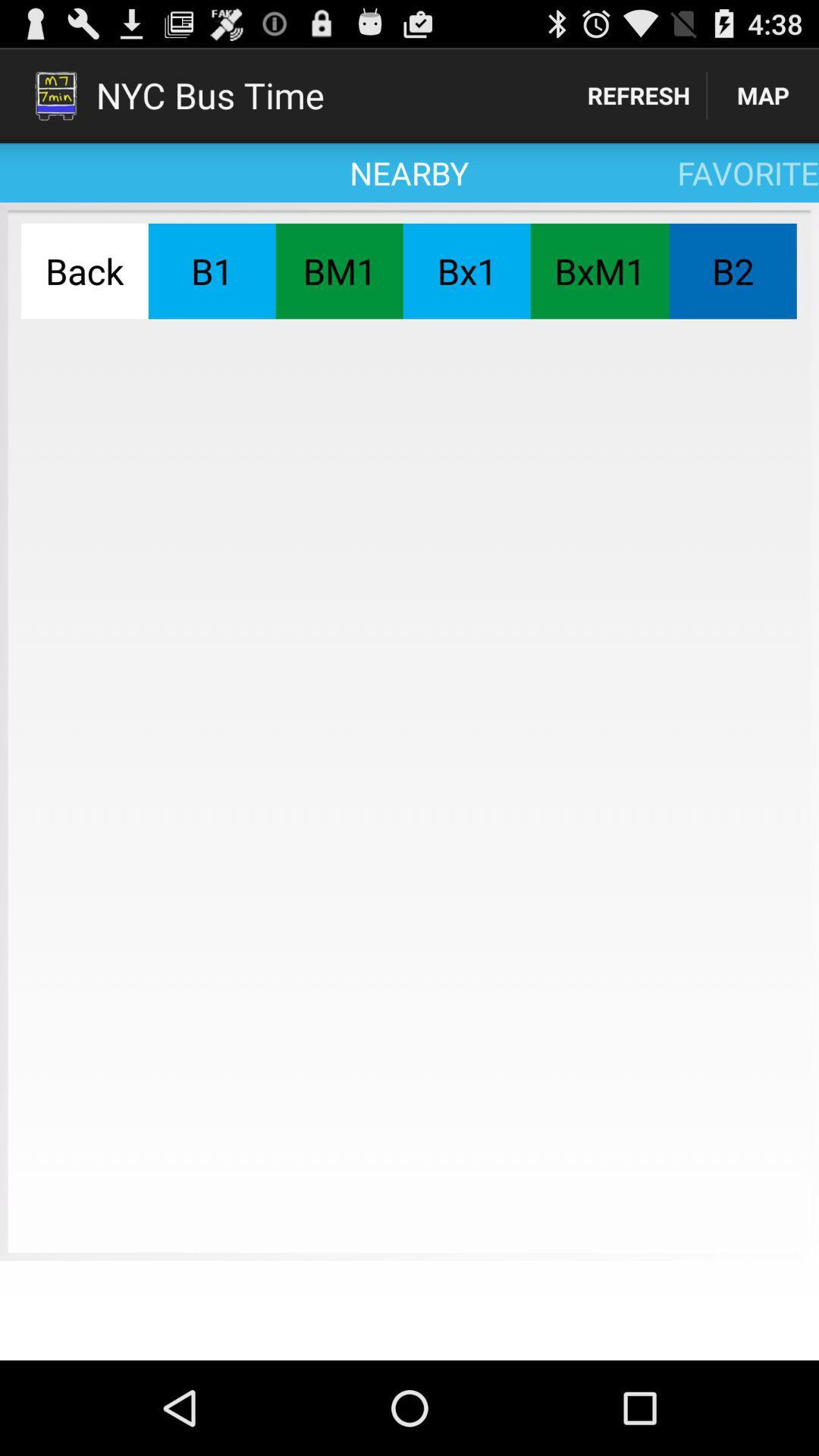 Image resolution: width=819 pixels, height=1456 pixels. Describe the element at coordinates (212, 271) in the screenshot. I see `the b1` at that location.